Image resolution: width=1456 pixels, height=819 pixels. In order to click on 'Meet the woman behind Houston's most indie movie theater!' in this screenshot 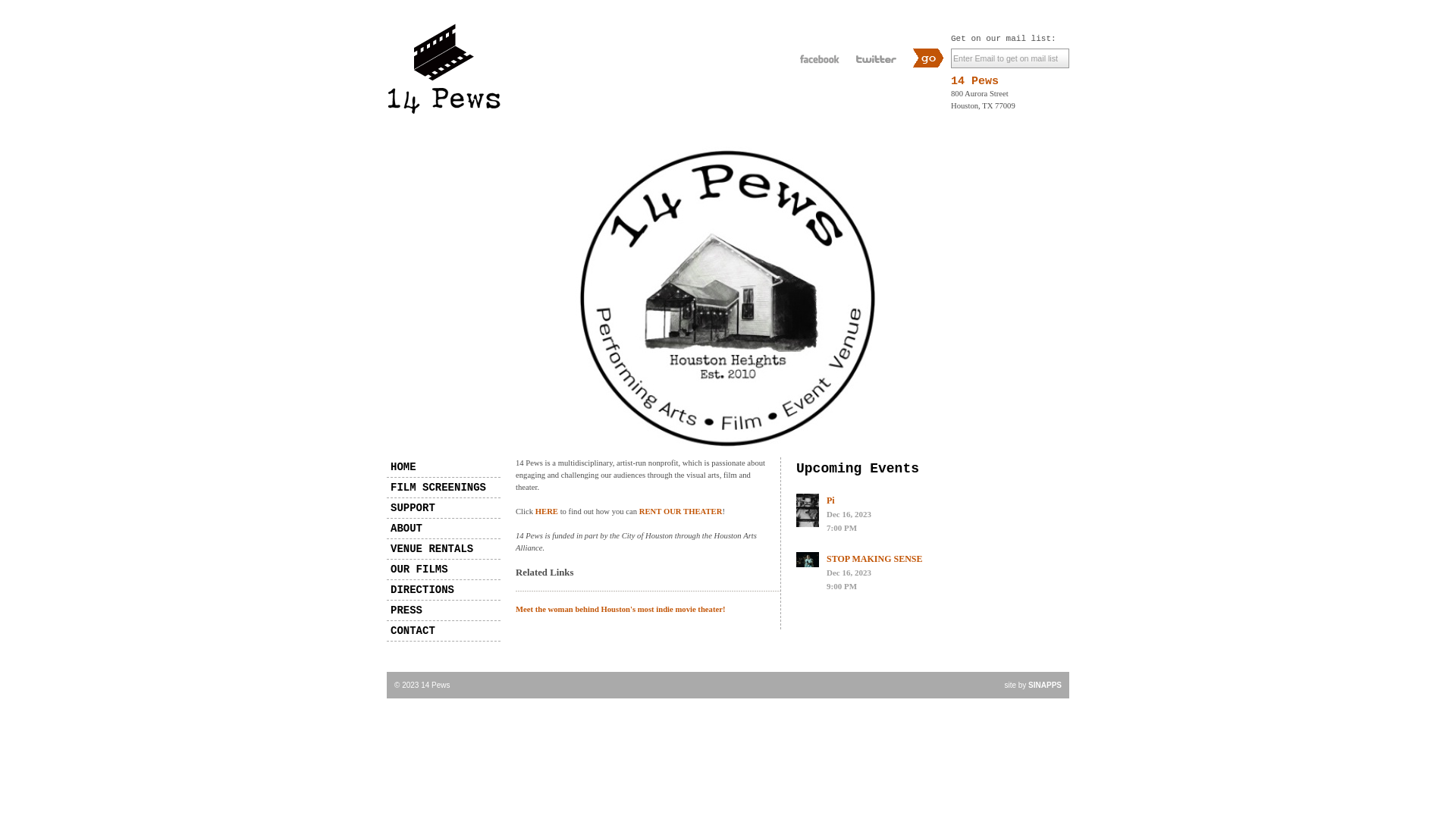, I will do `click(516, 608)`.